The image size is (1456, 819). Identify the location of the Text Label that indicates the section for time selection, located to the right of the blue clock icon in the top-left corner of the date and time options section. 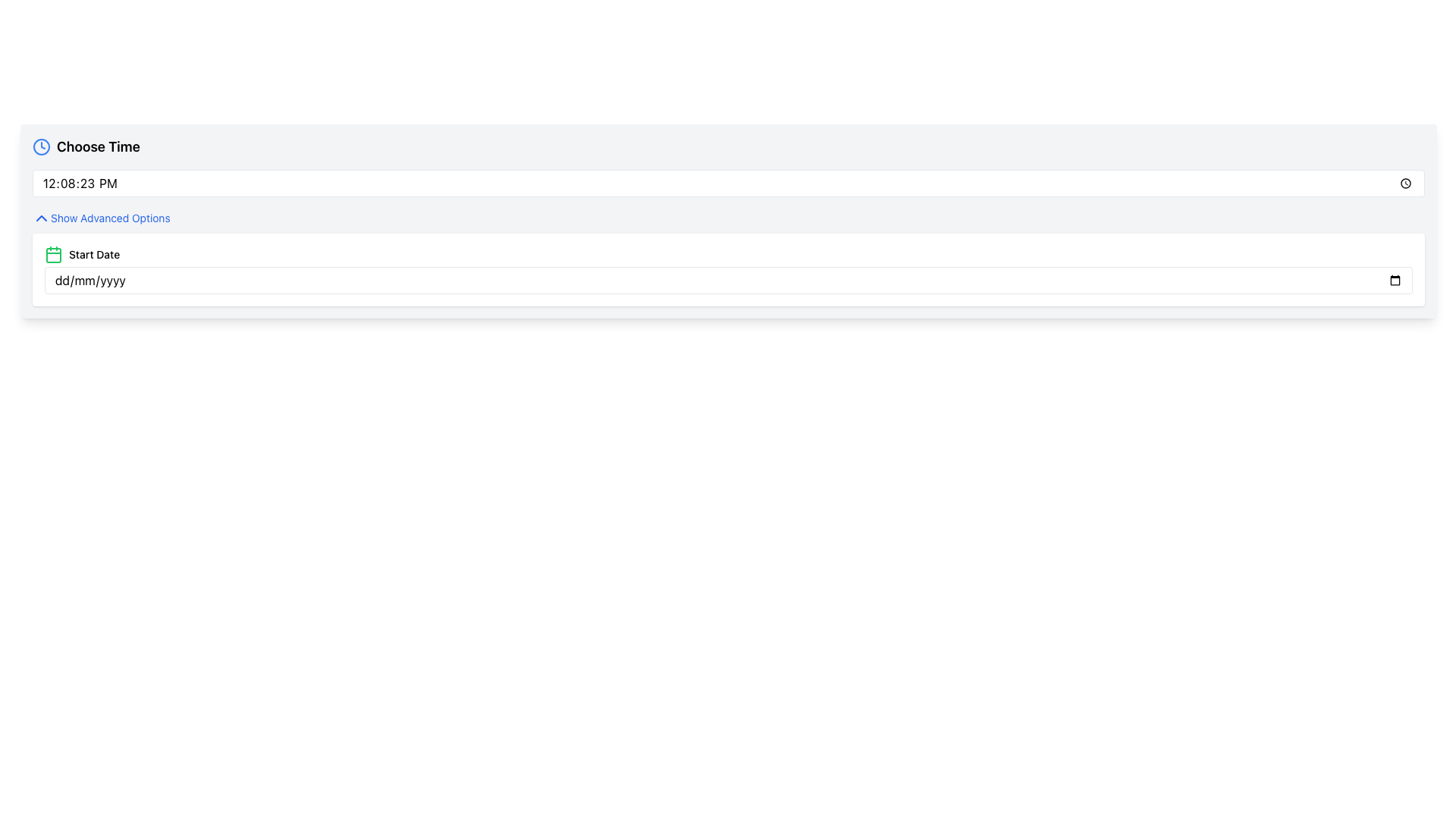
(97, 146).